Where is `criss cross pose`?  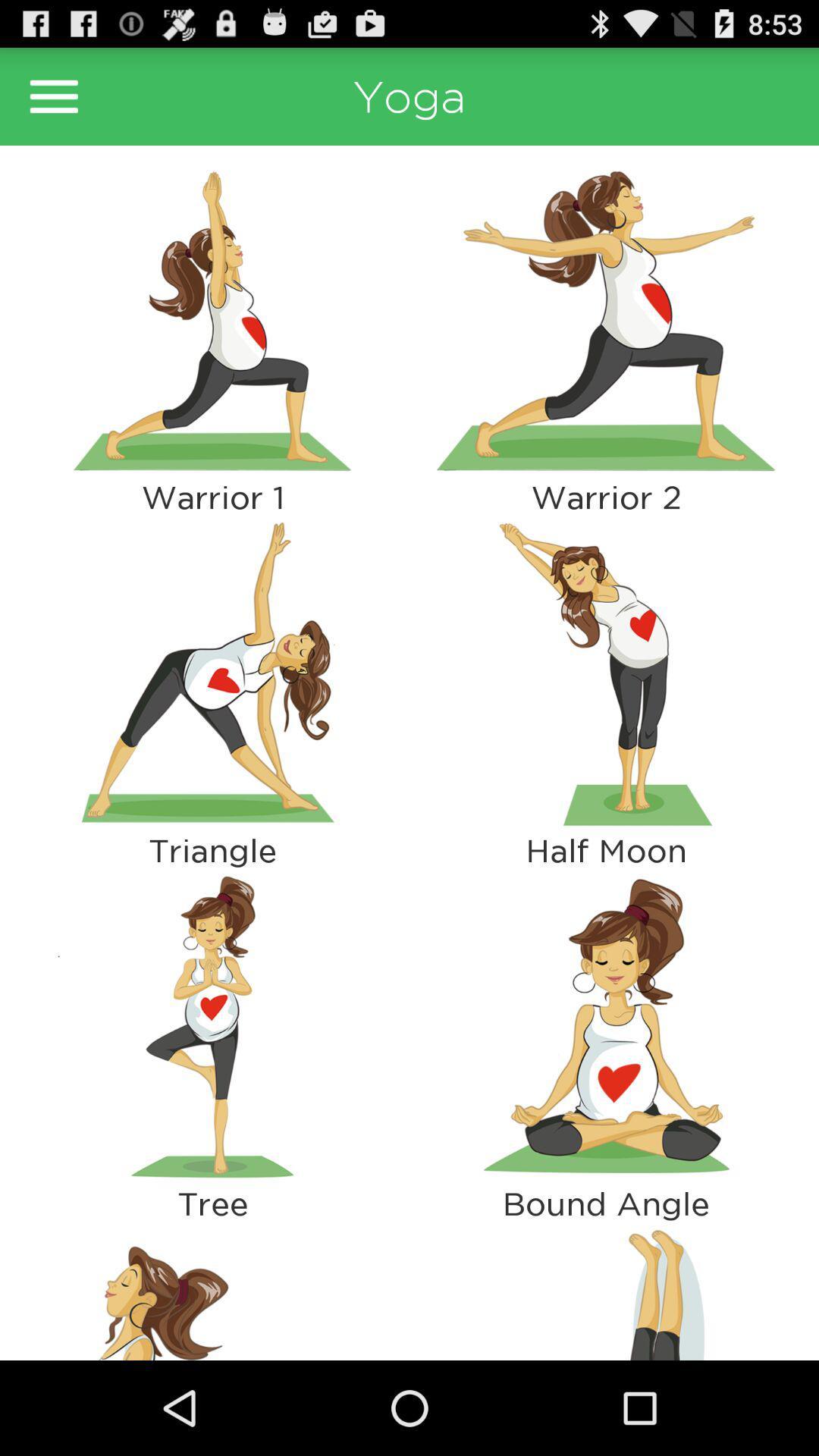
criss cross pose is located at coordinates (605, 1027).